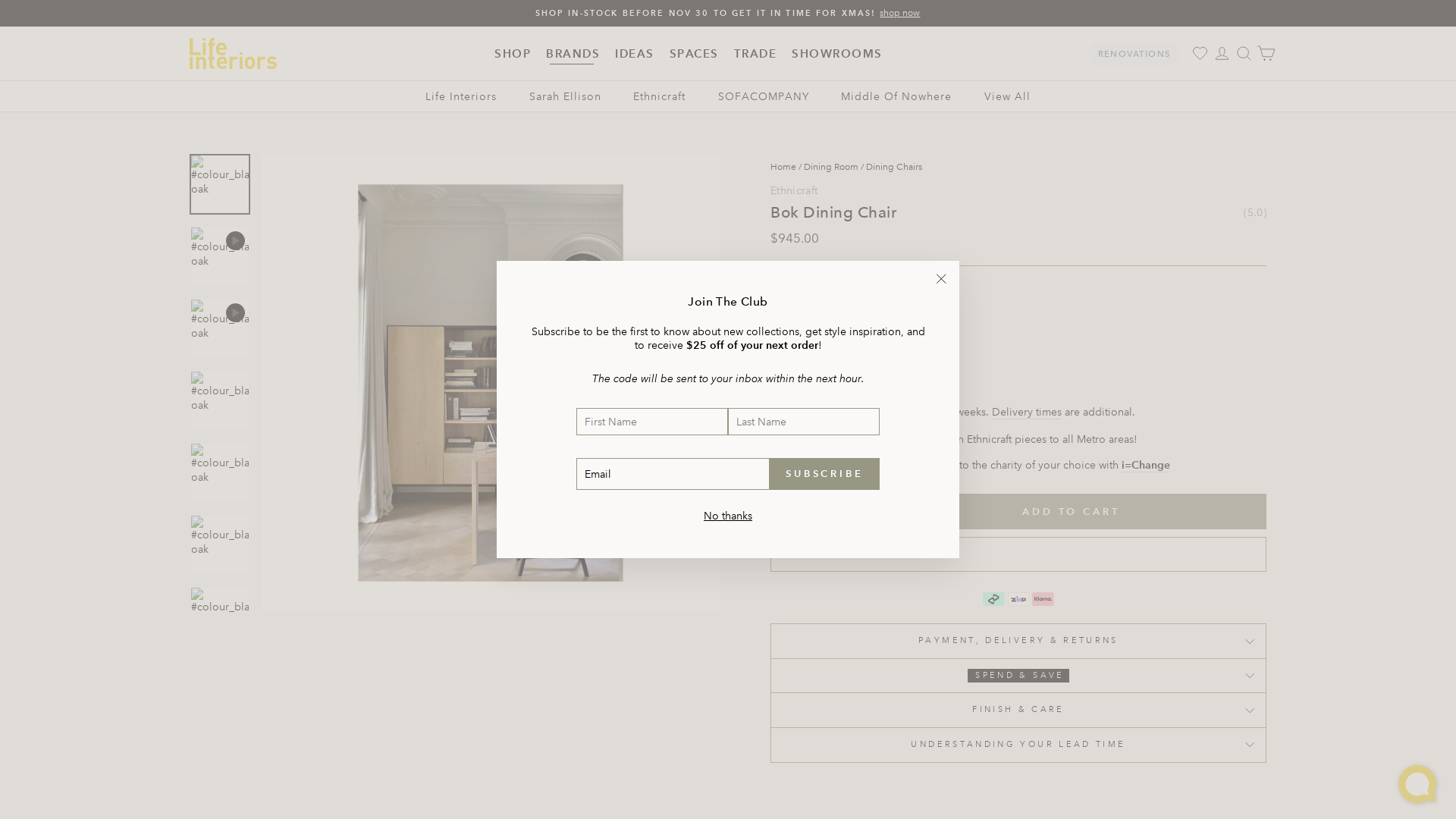  I want to click on 'No thanks', so click(728, 514).